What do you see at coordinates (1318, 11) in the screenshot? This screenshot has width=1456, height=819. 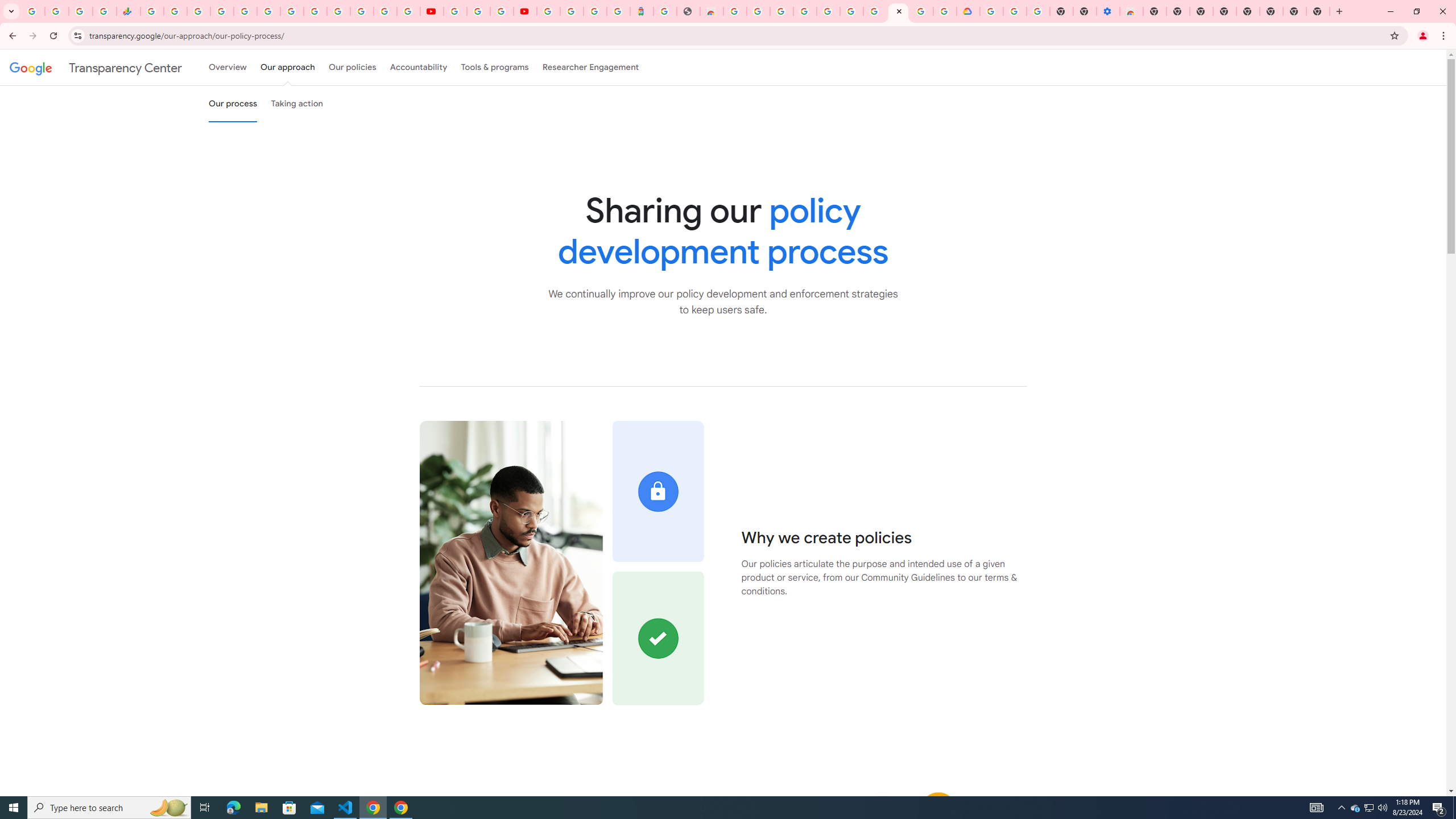 I see `'New Tab'` at bounding box center [1318, 11].